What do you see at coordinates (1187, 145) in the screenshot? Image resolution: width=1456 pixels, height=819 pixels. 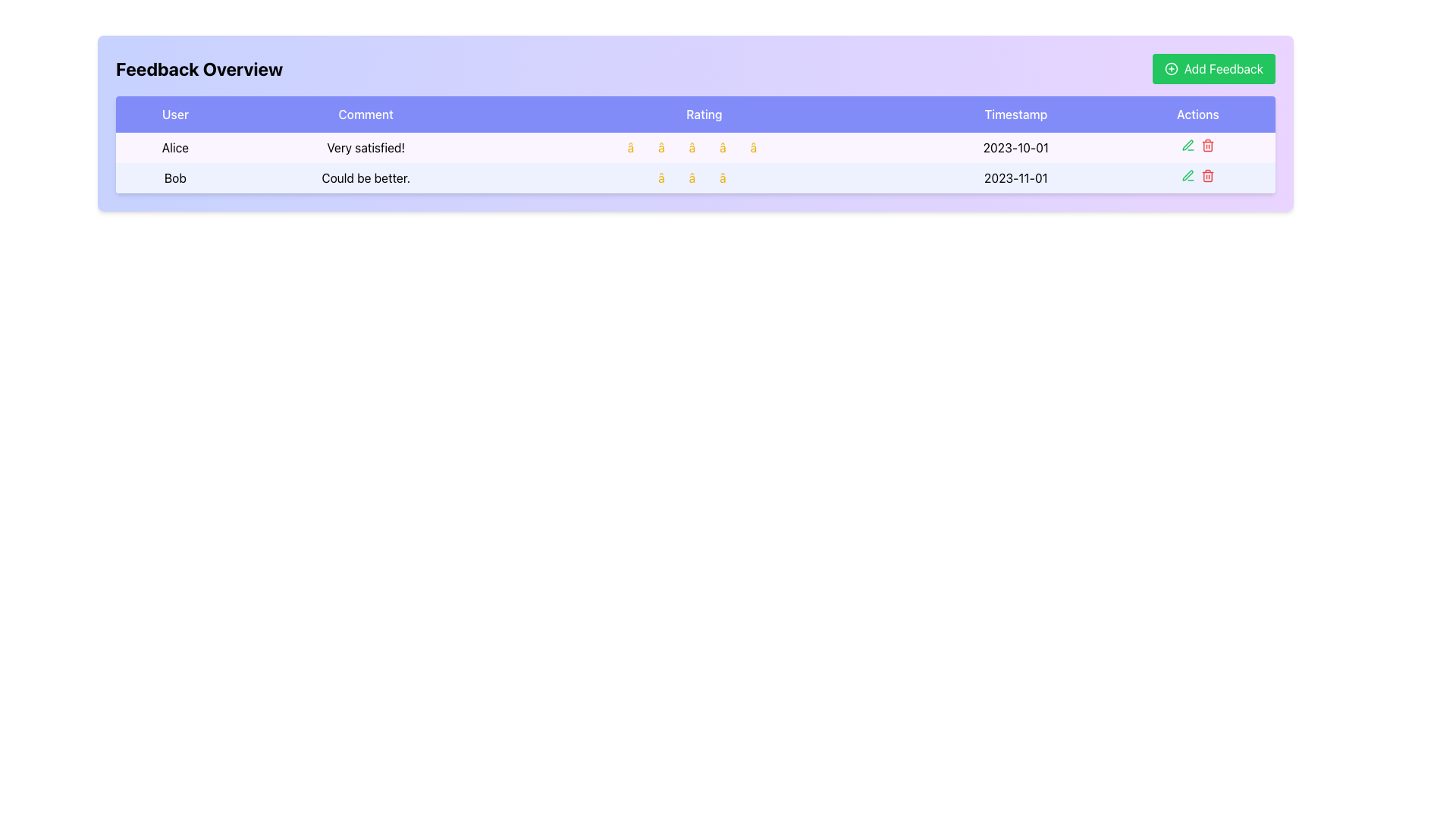 I see `the edit icon located in the second row of the feedback table in the 'Actions' column, which is adjacent to the trashcan icon` at bounding box center [1187, 145].